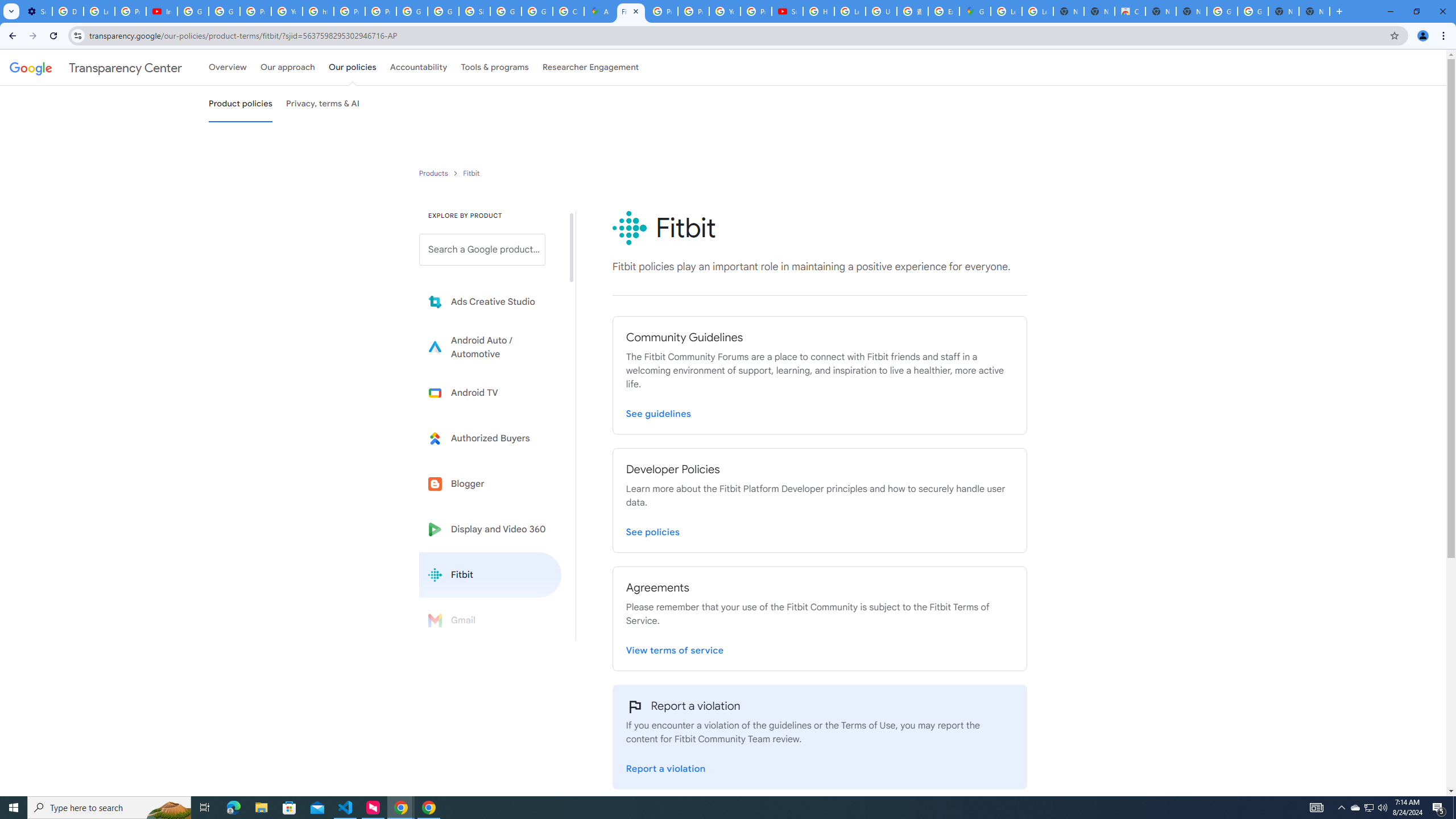 This screenshot has height=819, width=1456. Describe the element at coordinates (490, 619) in the screenshot. I see `'Gmail'` at that location.